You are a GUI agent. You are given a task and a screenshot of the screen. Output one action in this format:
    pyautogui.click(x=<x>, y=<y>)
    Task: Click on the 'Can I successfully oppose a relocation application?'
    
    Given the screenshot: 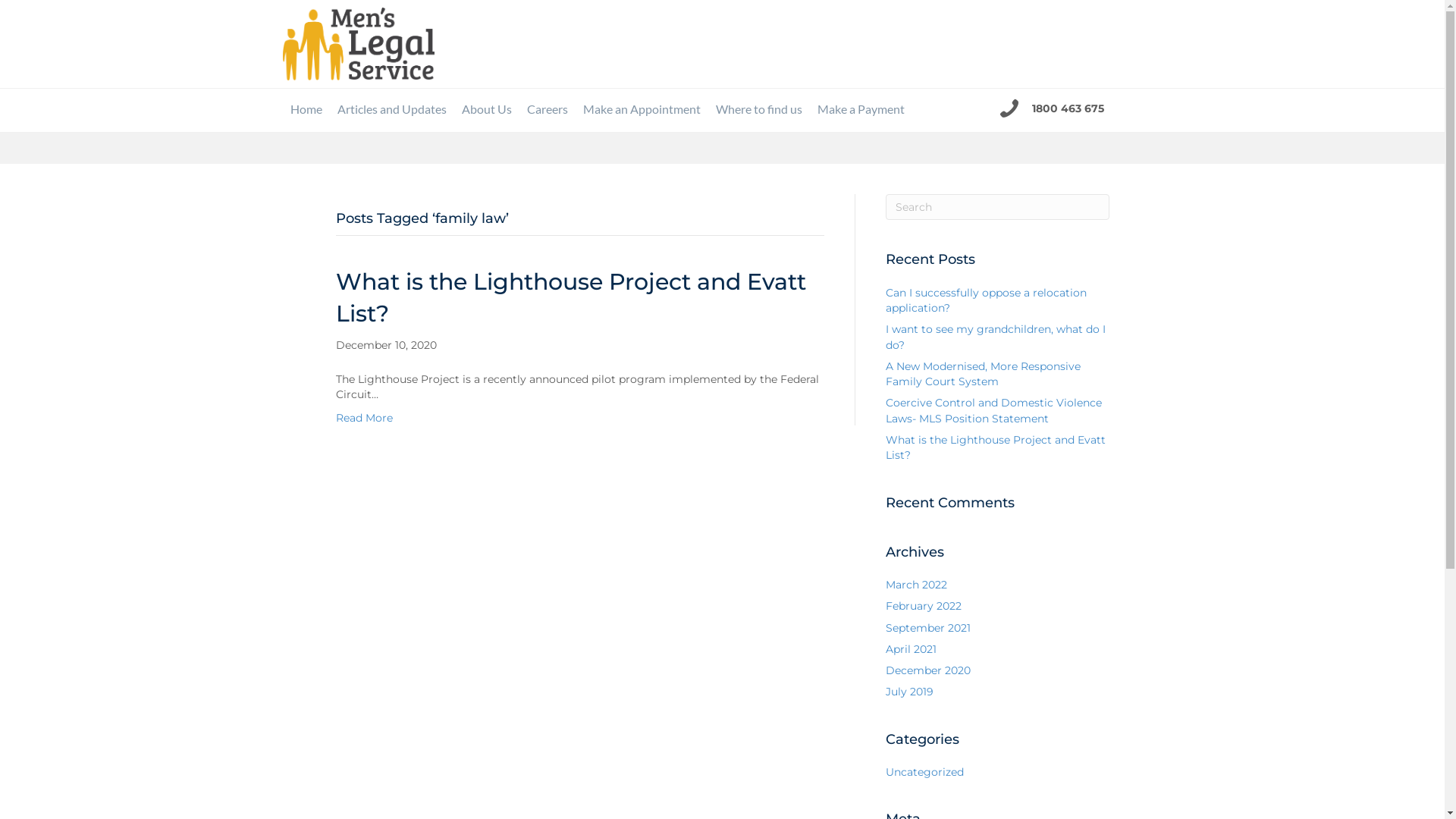 What is the action you would take?
    pyautogui.click(x=986, y=300)
    